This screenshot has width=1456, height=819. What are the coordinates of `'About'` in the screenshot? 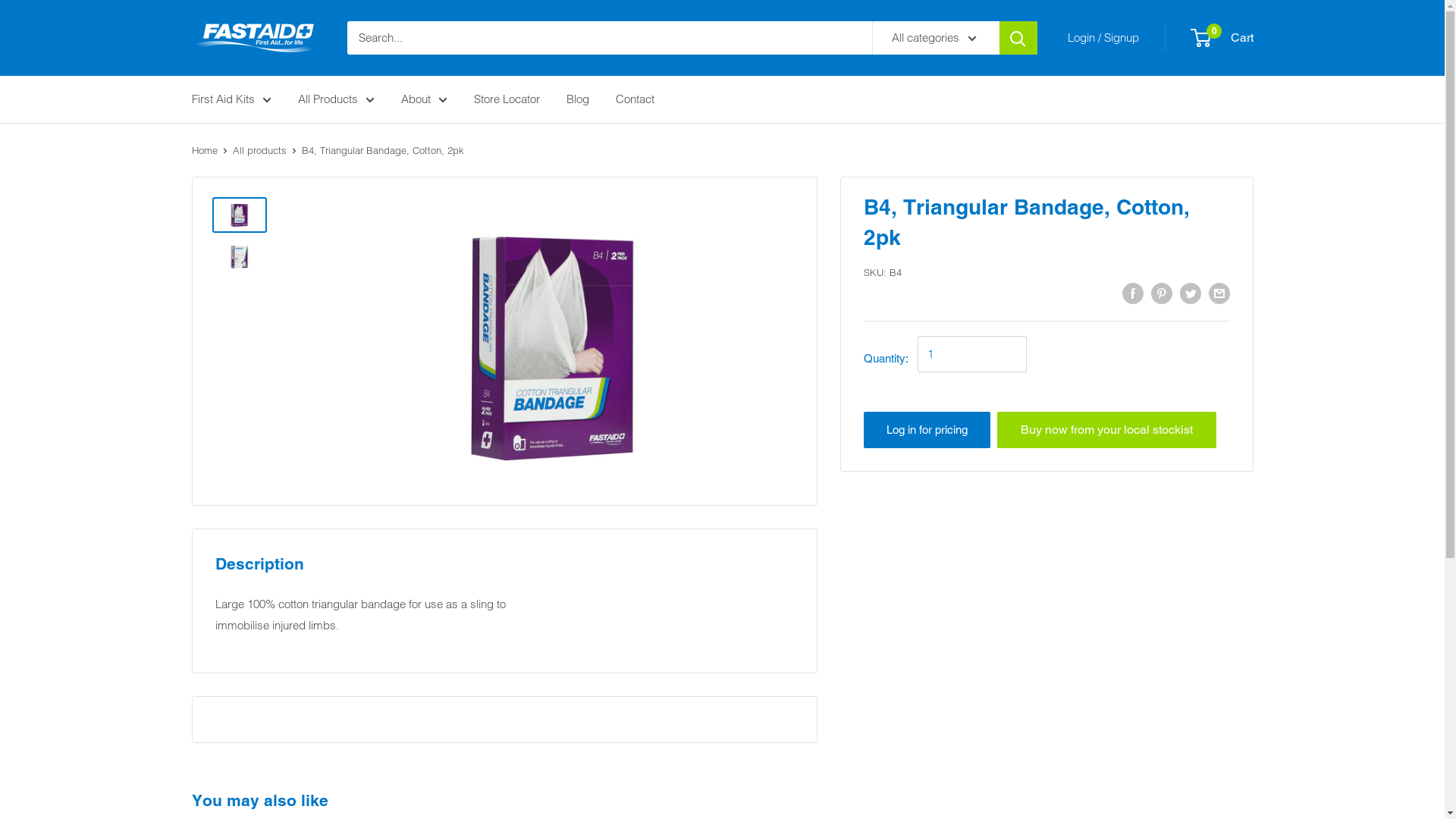 It's located at (423, 99).